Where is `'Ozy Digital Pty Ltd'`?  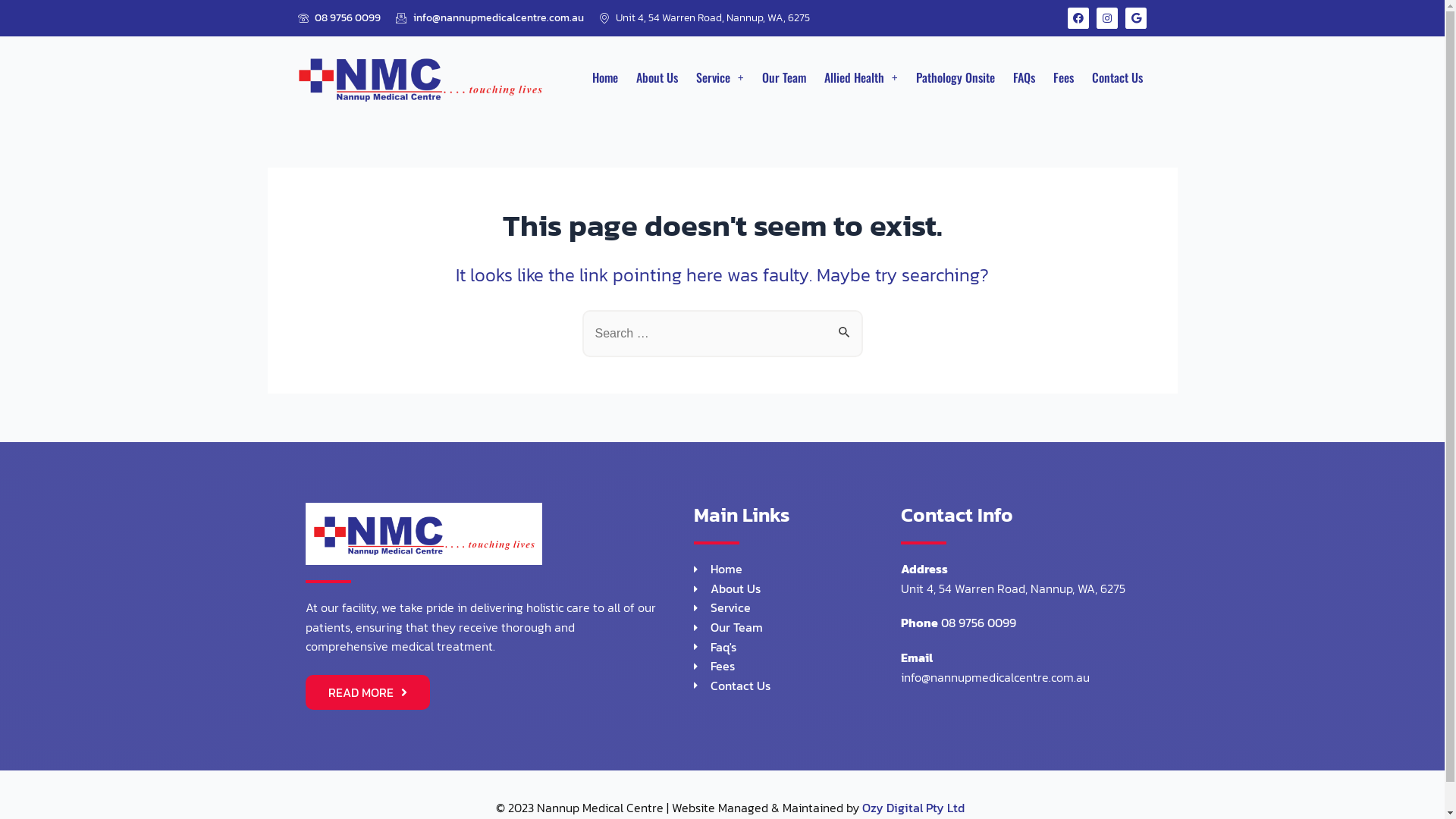
'Ozy Digital Pty Ltd' is located at coordinates (912, 806).